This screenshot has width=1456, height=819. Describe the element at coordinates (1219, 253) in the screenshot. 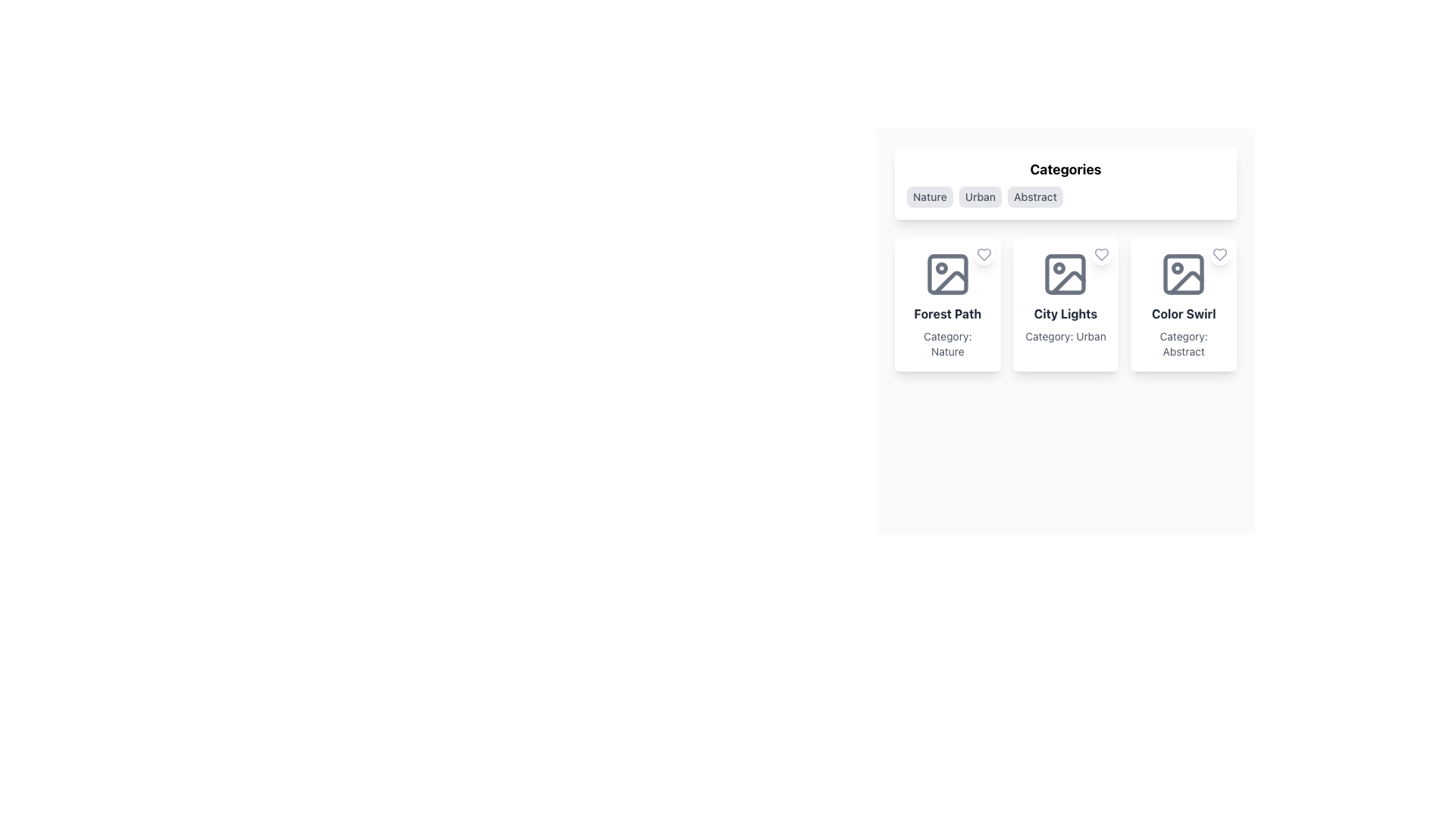

I see `the heart-shaped icon located at the top-right corner of the 'Color Swirl' card` at that location.